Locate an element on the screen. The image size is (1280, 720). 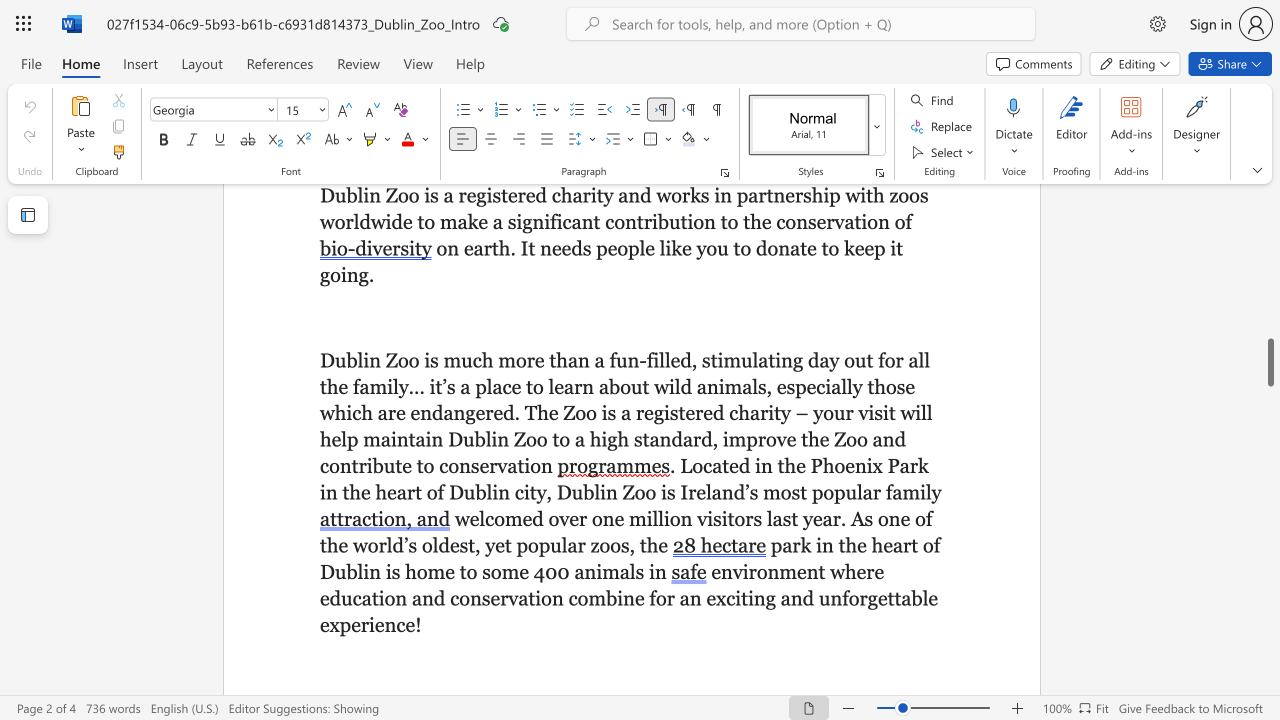
the 1th character "m" in the text is located at coordinates (513, 518).